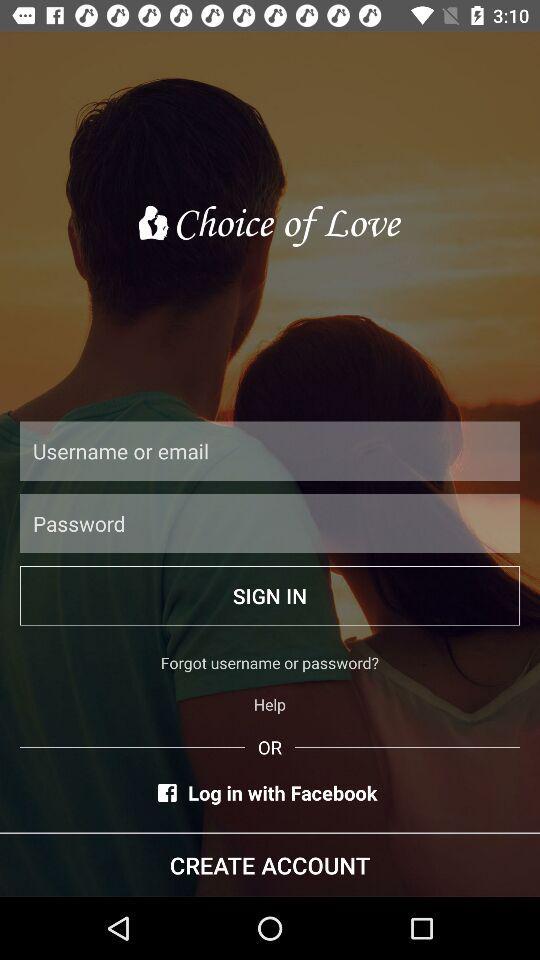 This screenshot has width=540, height=960. What do you see at coordinates (270, 595) in the screenshot?
I see `the sign in item` at bounding box center [270, 595].